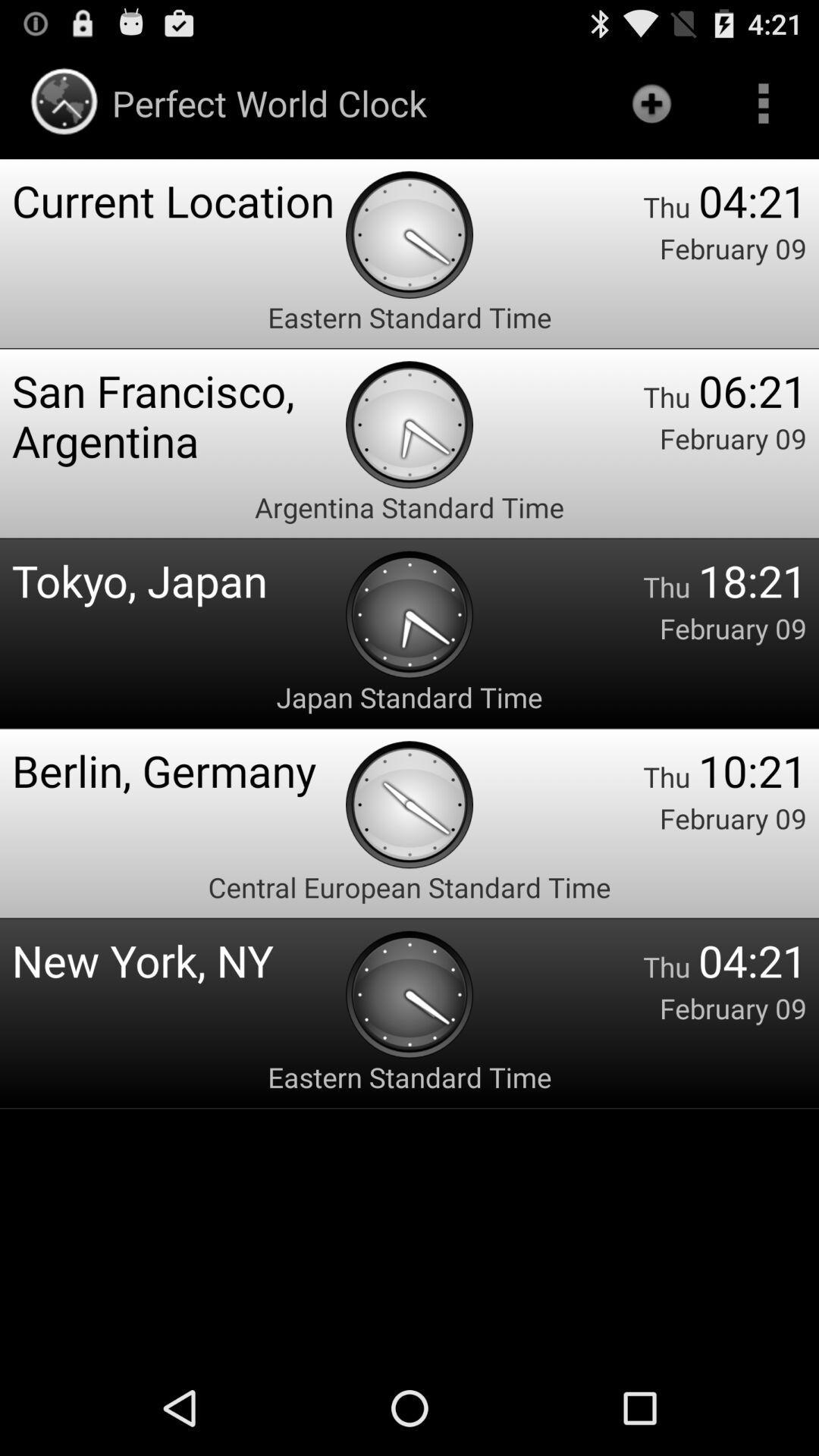 This screenshot has width=819, height=1456. Describe the element at coordinates (177, 770) in the screenshot. I see `the berlin, germany icon` at that location.